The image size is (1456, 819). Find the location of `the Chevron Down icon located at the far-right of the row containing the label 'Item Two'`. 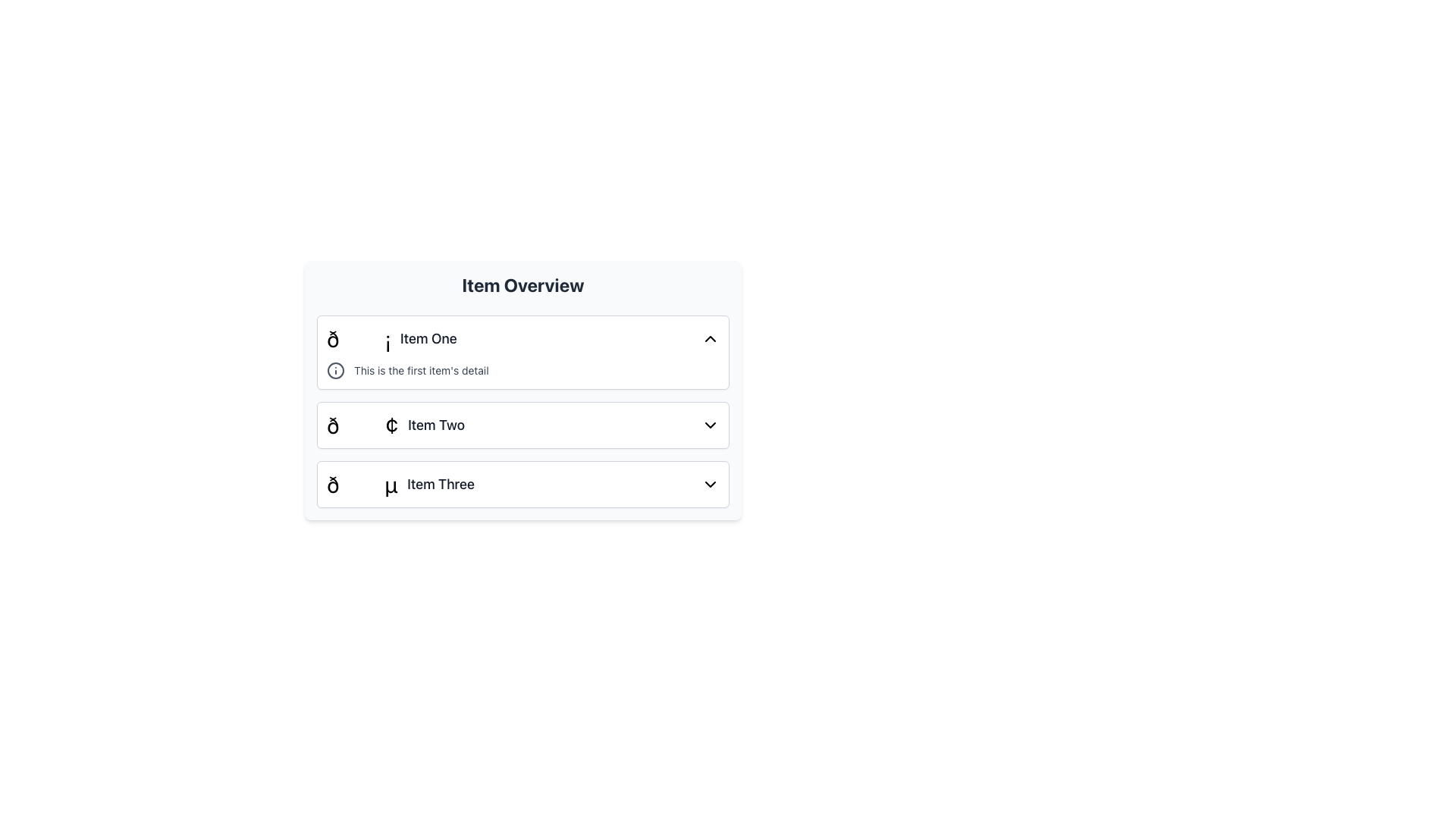

the Chevron Down icon located at the far-right of the row containing the label 'Item Two' is located at coordinates (709, 425).